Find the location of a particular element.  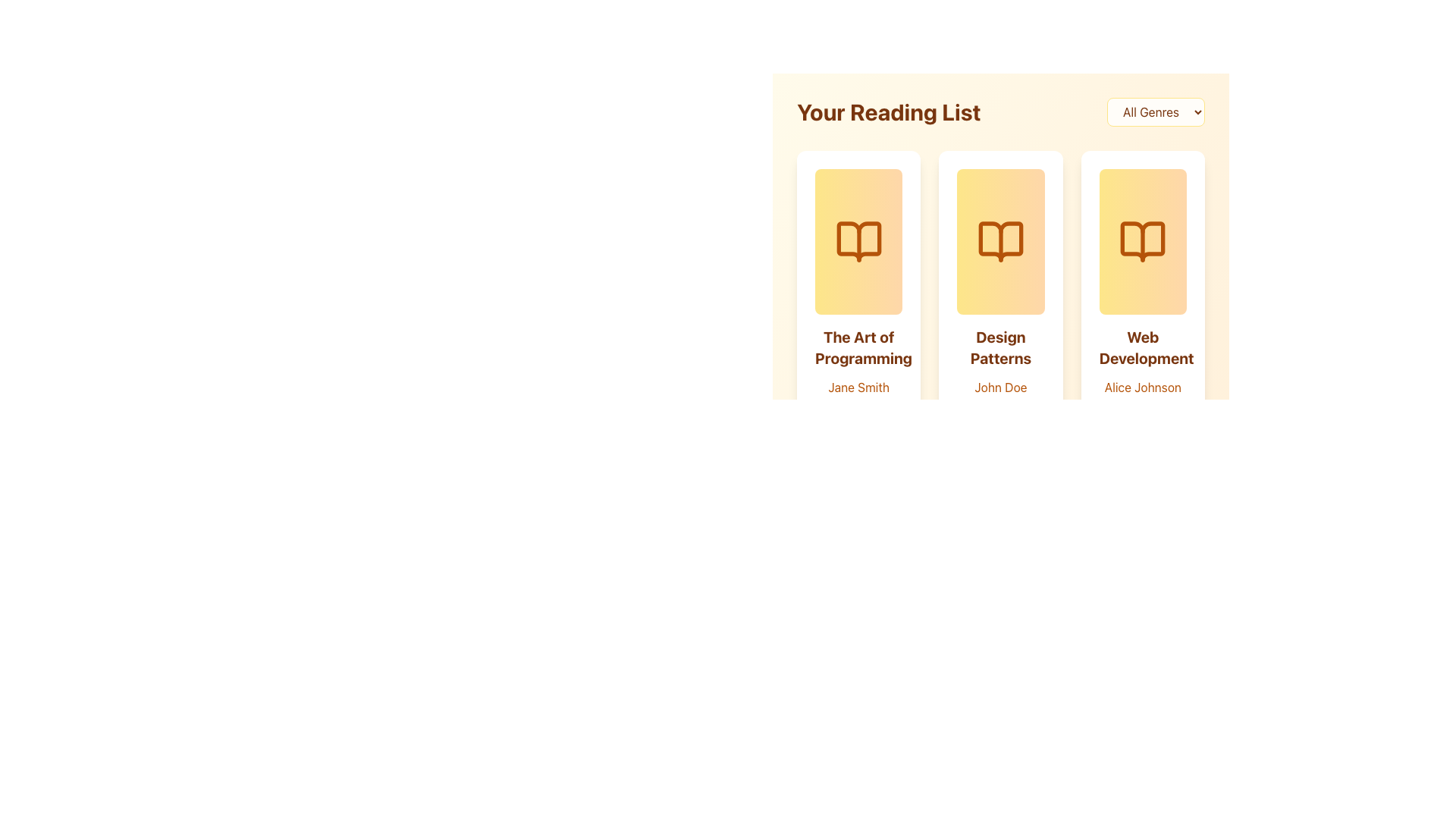

the SVG icon resembling an open book, which is centrally embedded within a rounded rectangular card in the third column of the reading list grid is located at coordinates (1143, 241).